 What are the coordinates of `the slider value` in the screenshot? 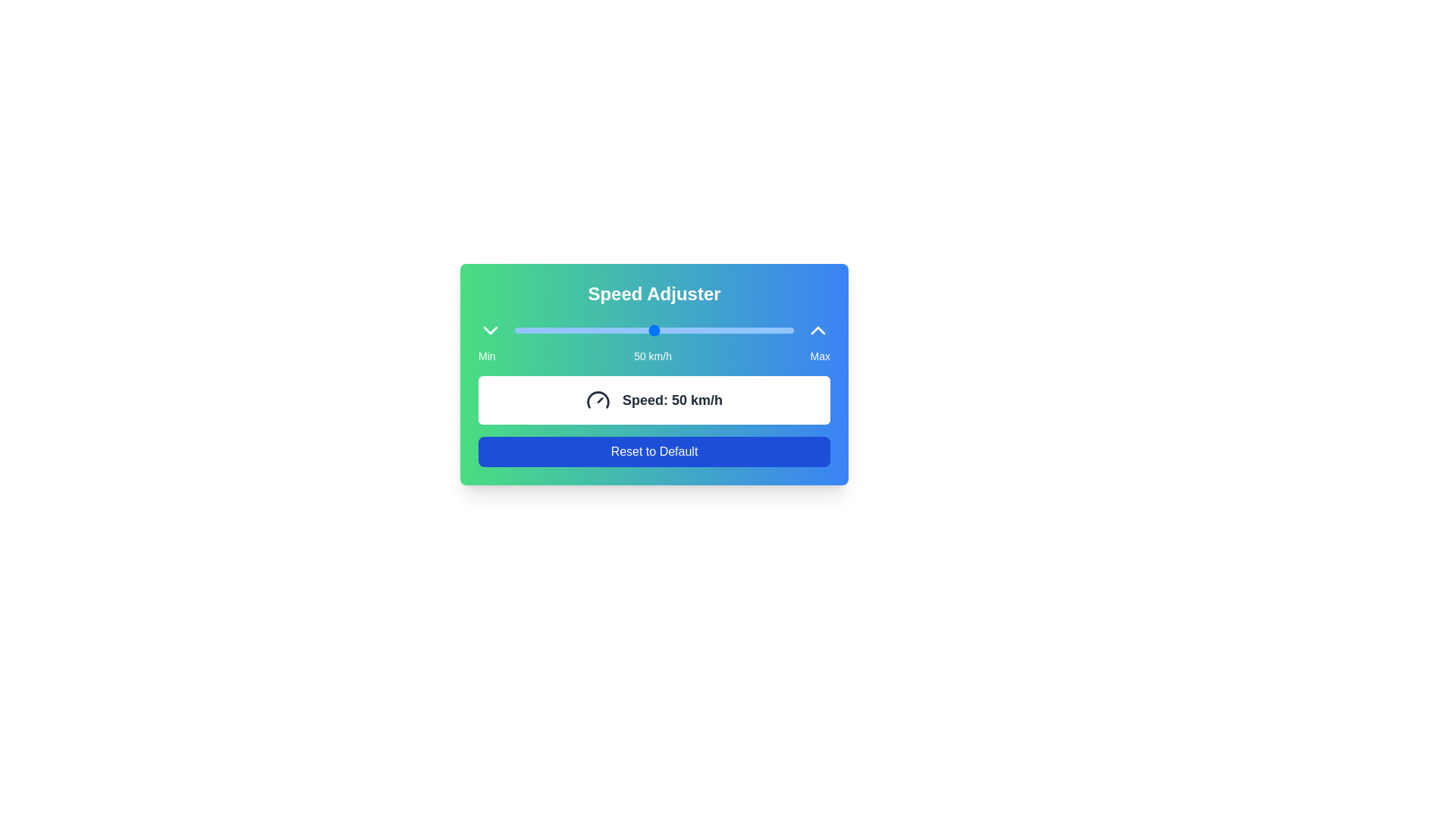 It's located at (517, 329).